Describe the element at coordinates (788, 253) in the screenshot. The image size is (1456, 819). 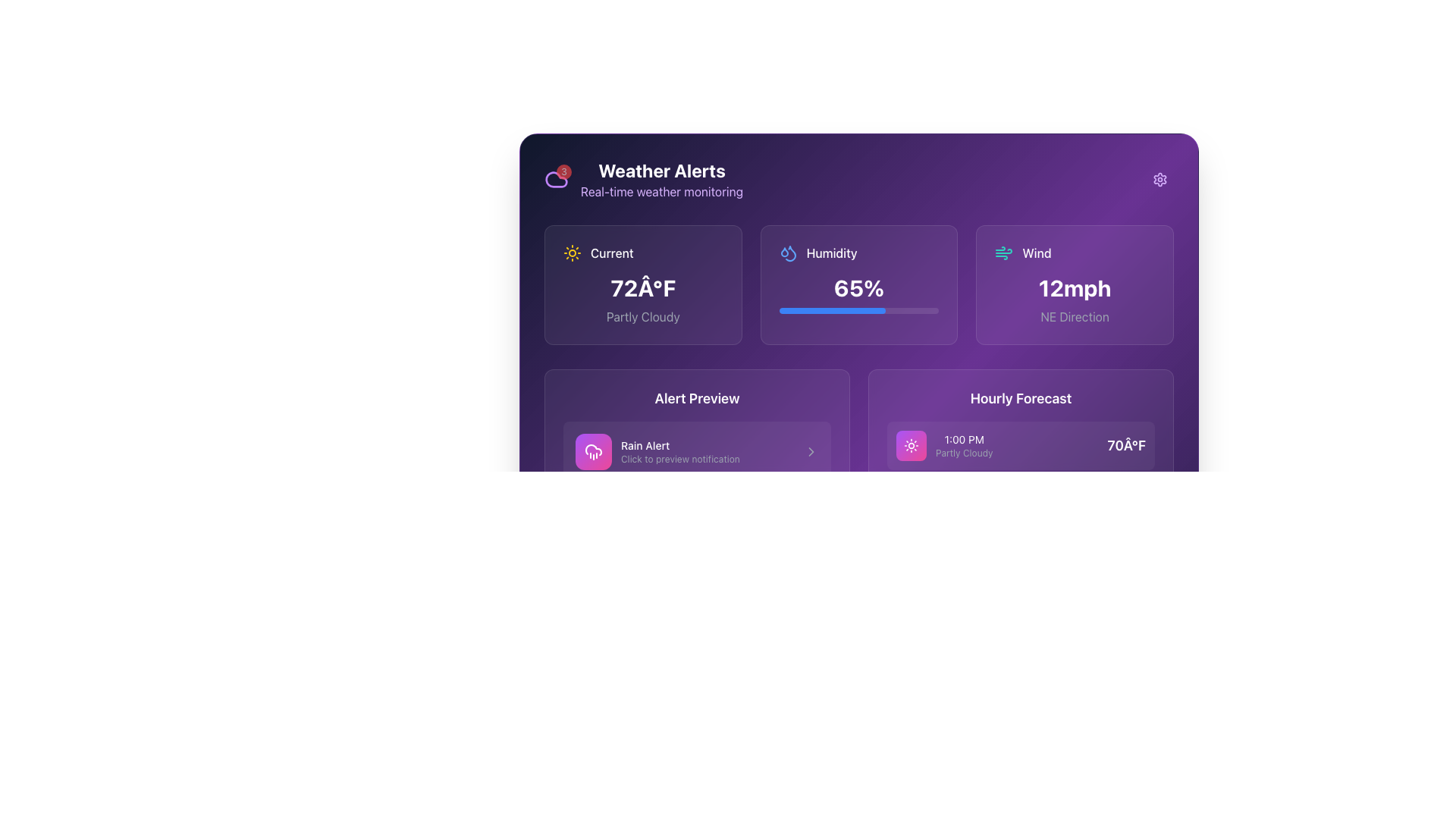
I see `the blue droplet icon representing humidity, which is prominently positioned to the left of the 'Humidity' text and above the numeric percentage value` at that location.